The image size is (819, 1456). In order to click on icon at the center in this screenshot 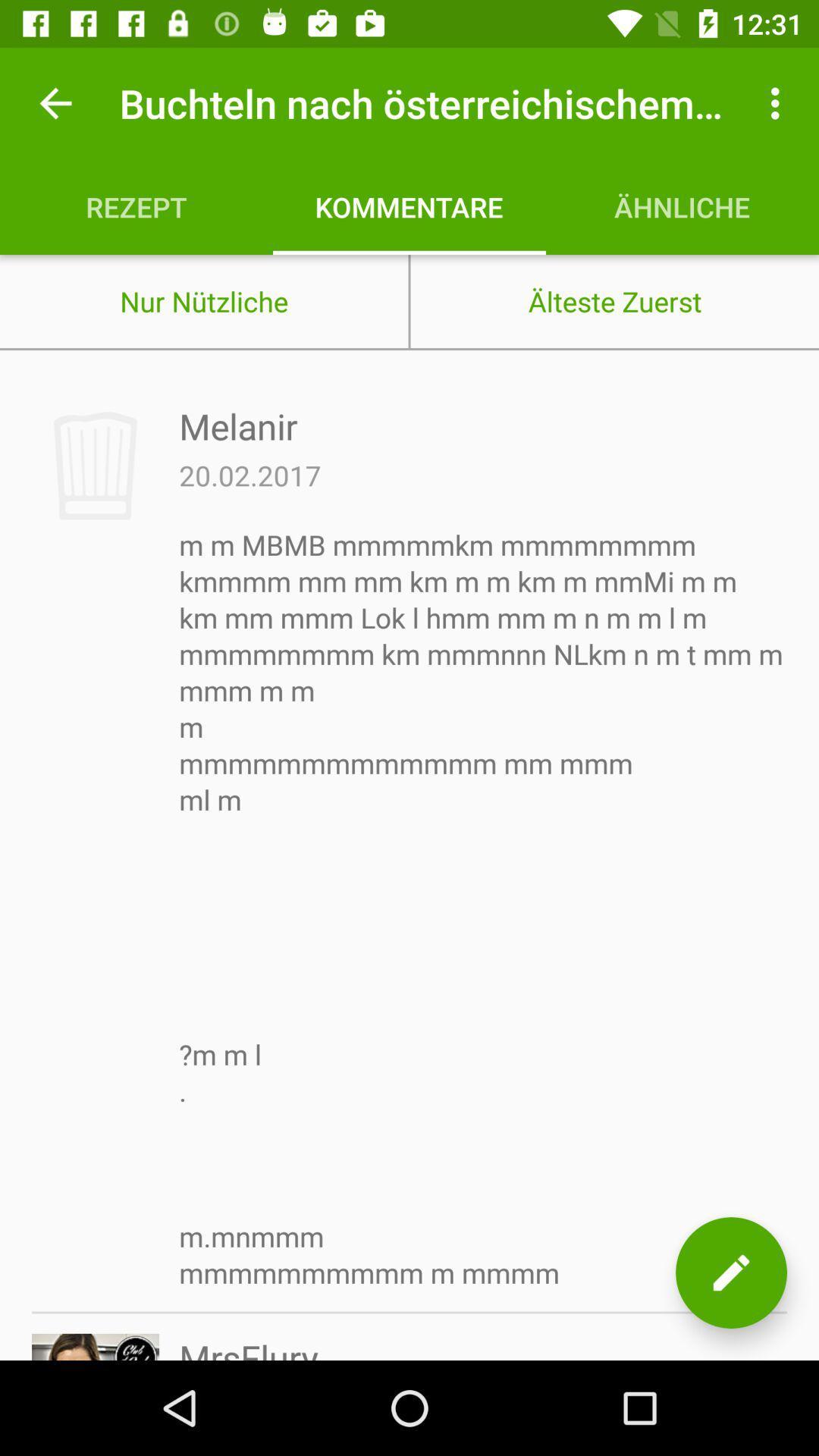, I will do `click(483, 908)`.